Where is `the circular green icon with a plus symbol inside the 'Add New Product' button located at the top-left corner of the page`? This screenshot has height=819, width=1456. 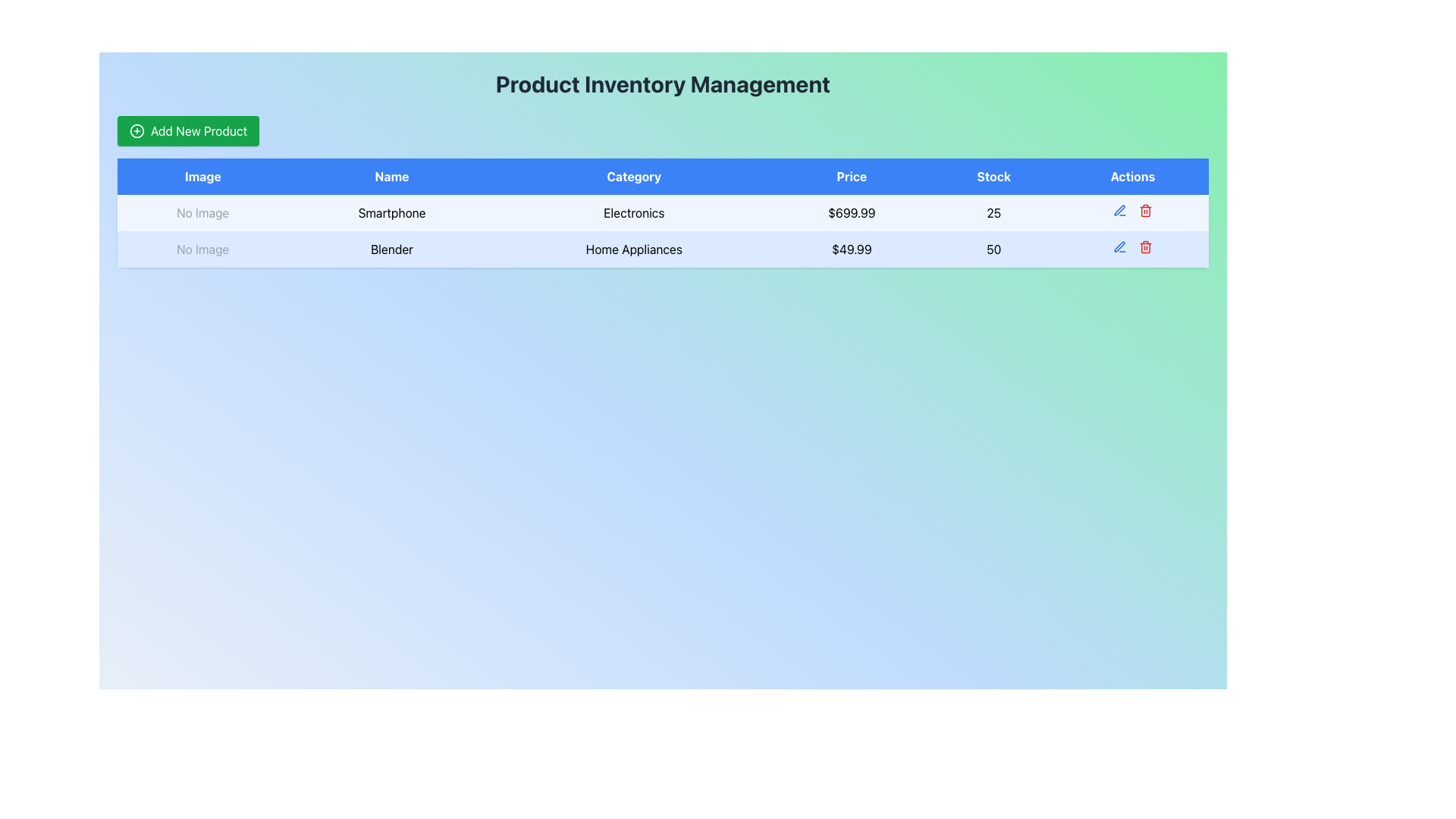
the circular green icon with a plus symbol inside the 'Add New Product' button located at the top-left corner of the page is located at coordinates (137, 130).